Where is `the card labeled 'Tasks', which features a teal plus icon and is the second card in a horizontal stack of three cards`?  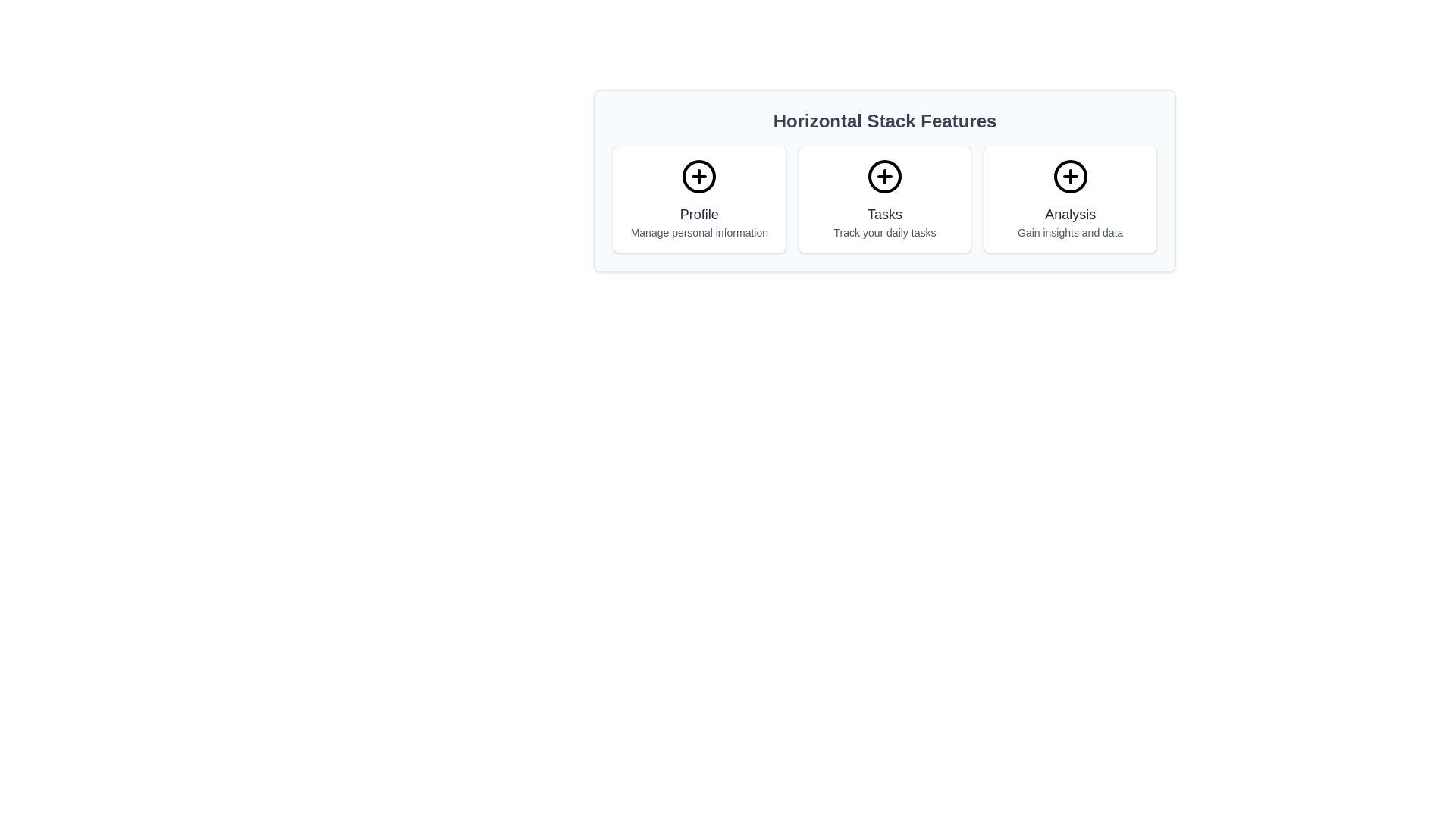
the card labeled 'Tasks', which features a teal plus icon and is the second card in a horizontal stack of three cards is located at coordinates (884, 198).